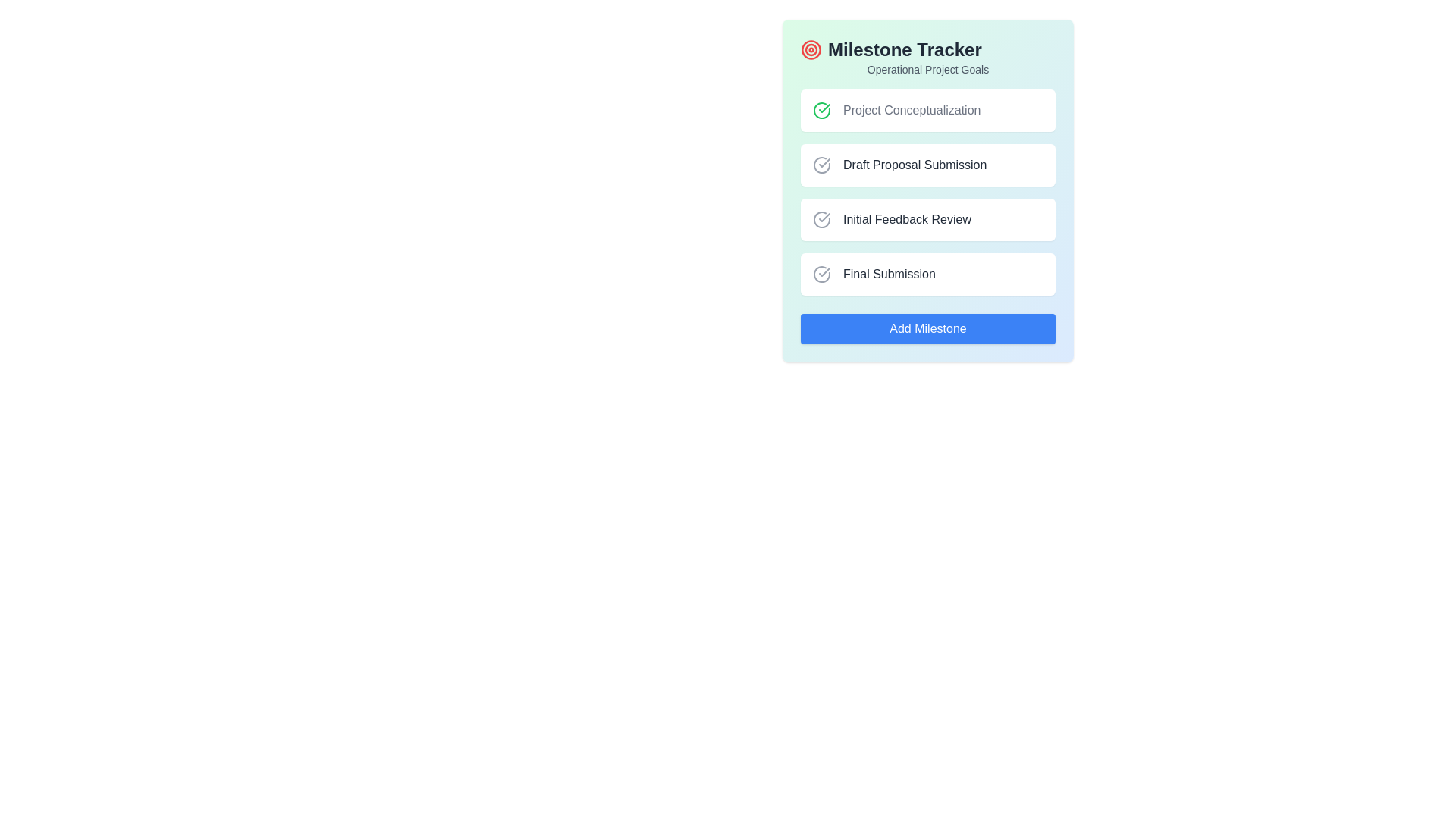 This screenshot has width=1456, height=819. Describe the element at coordinates (927, 275) in the screenshot. I see `the List item or milestone card labeled 'Final Submission', which is the fourth item in the Milestone Tracker section` at that location.